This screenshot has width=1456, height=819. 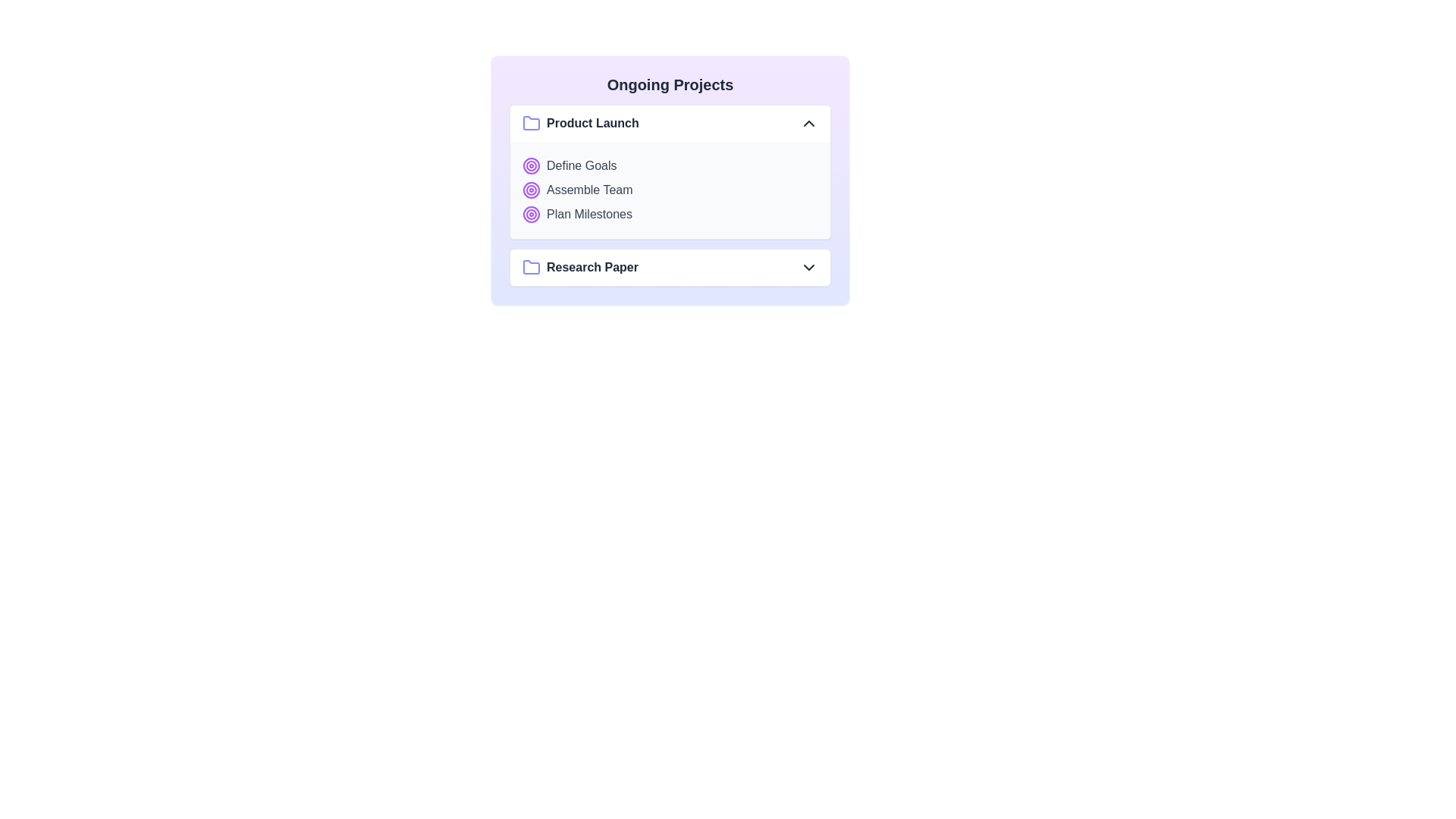 What do you see at coordinates (531, 122) in the screenshot?
I see `the folder icon for the Product Launch project` at bounding box center [531, 122].